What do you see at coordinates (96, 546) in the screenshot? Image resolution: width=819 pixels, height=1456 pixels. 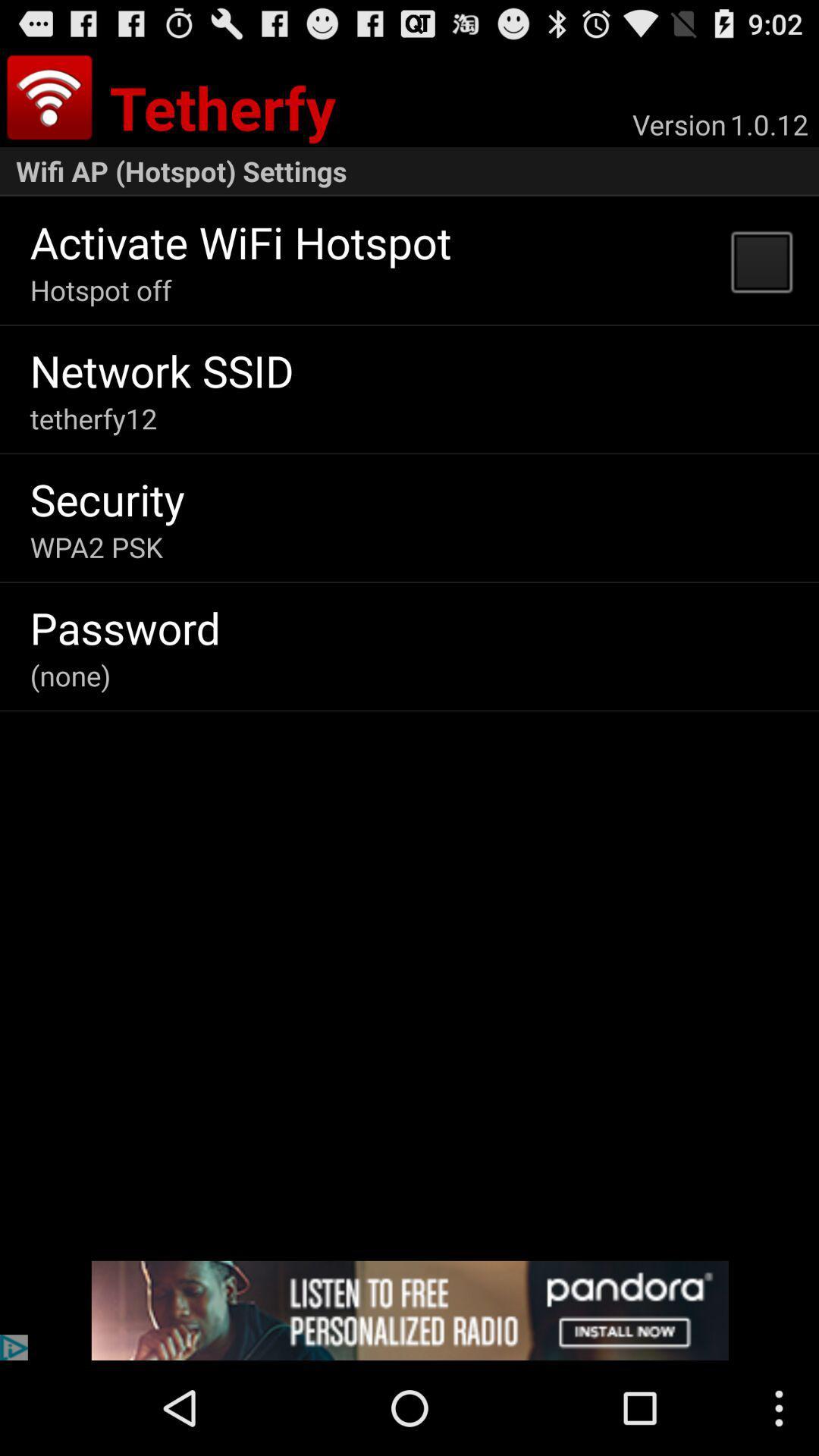 I see `the app below security` at bounding box center [96, 546].